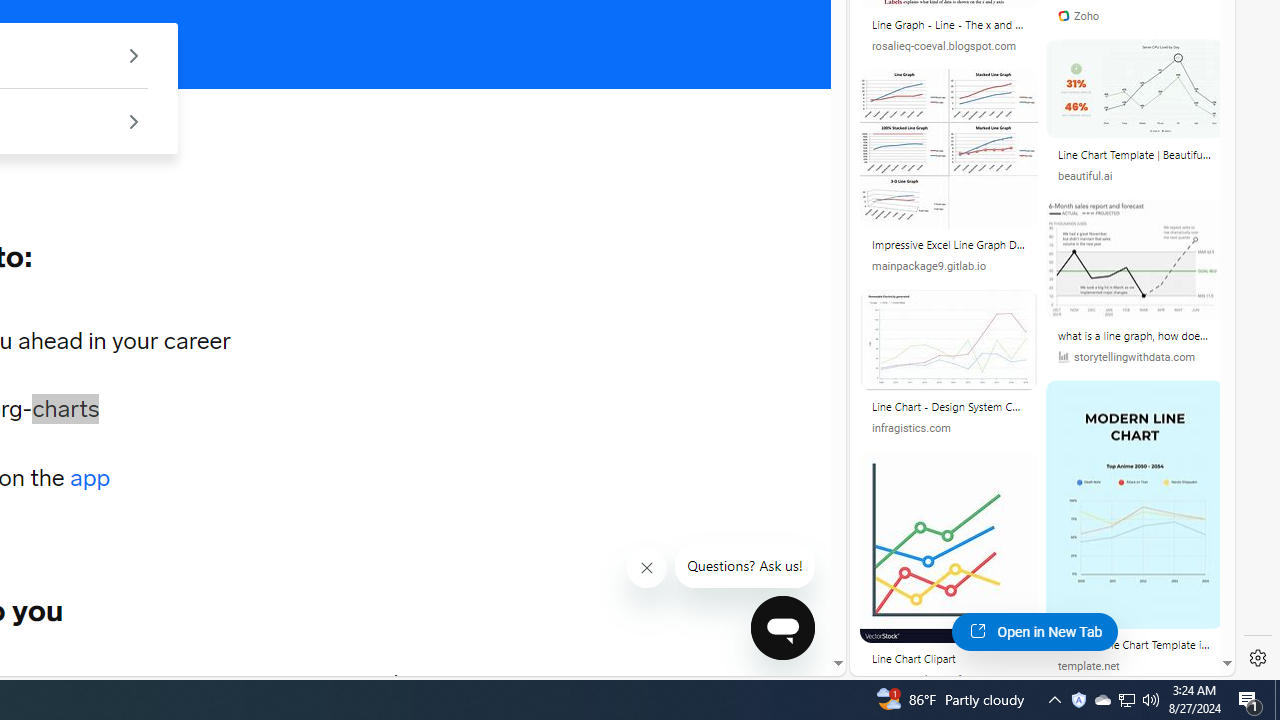 The image size is (1280, 720). I want to click on 'app', so click(89, 478).